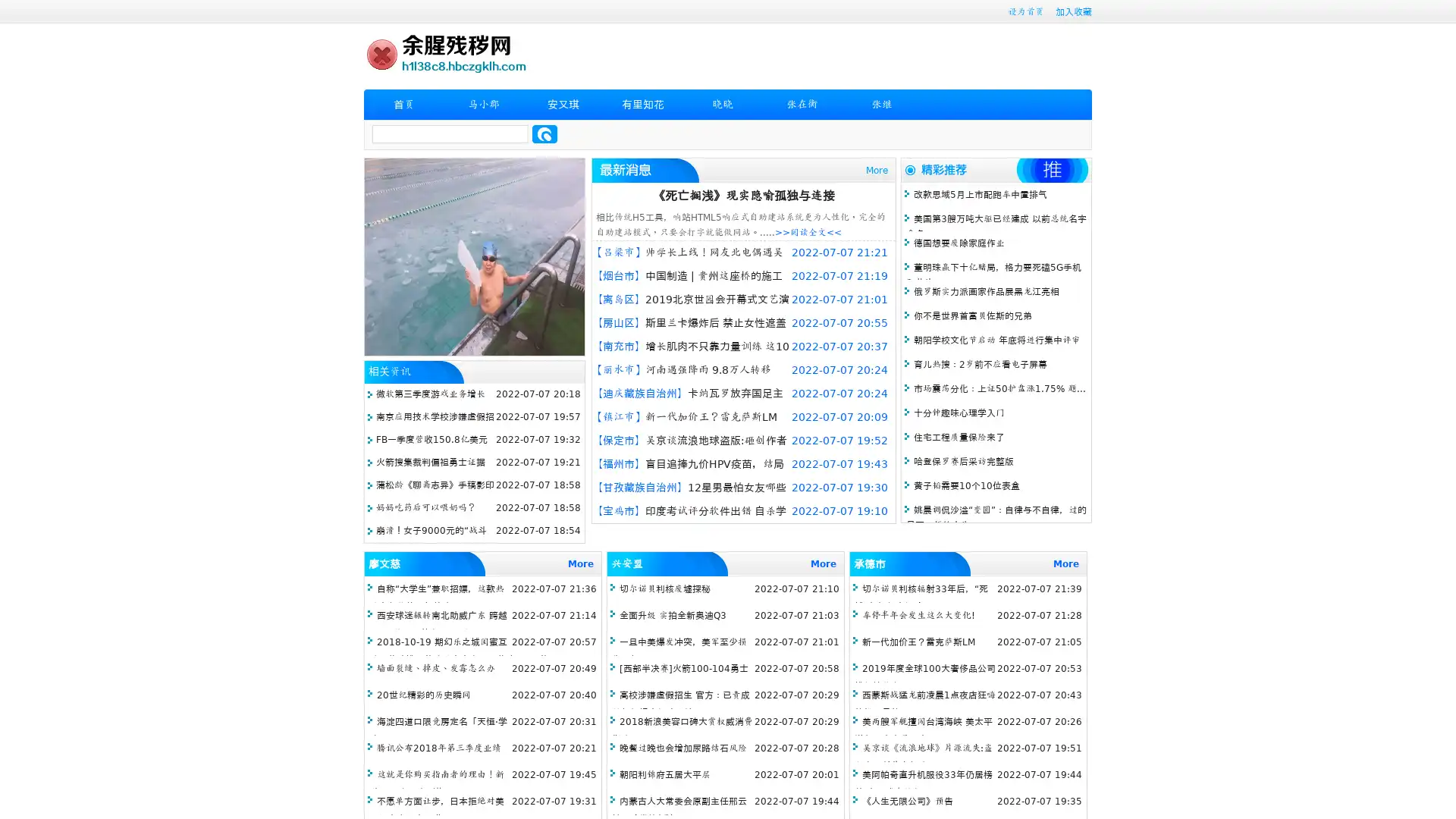  Describe the element at coordinates (544, 133) in the screenshot. I see `Search` at that location.